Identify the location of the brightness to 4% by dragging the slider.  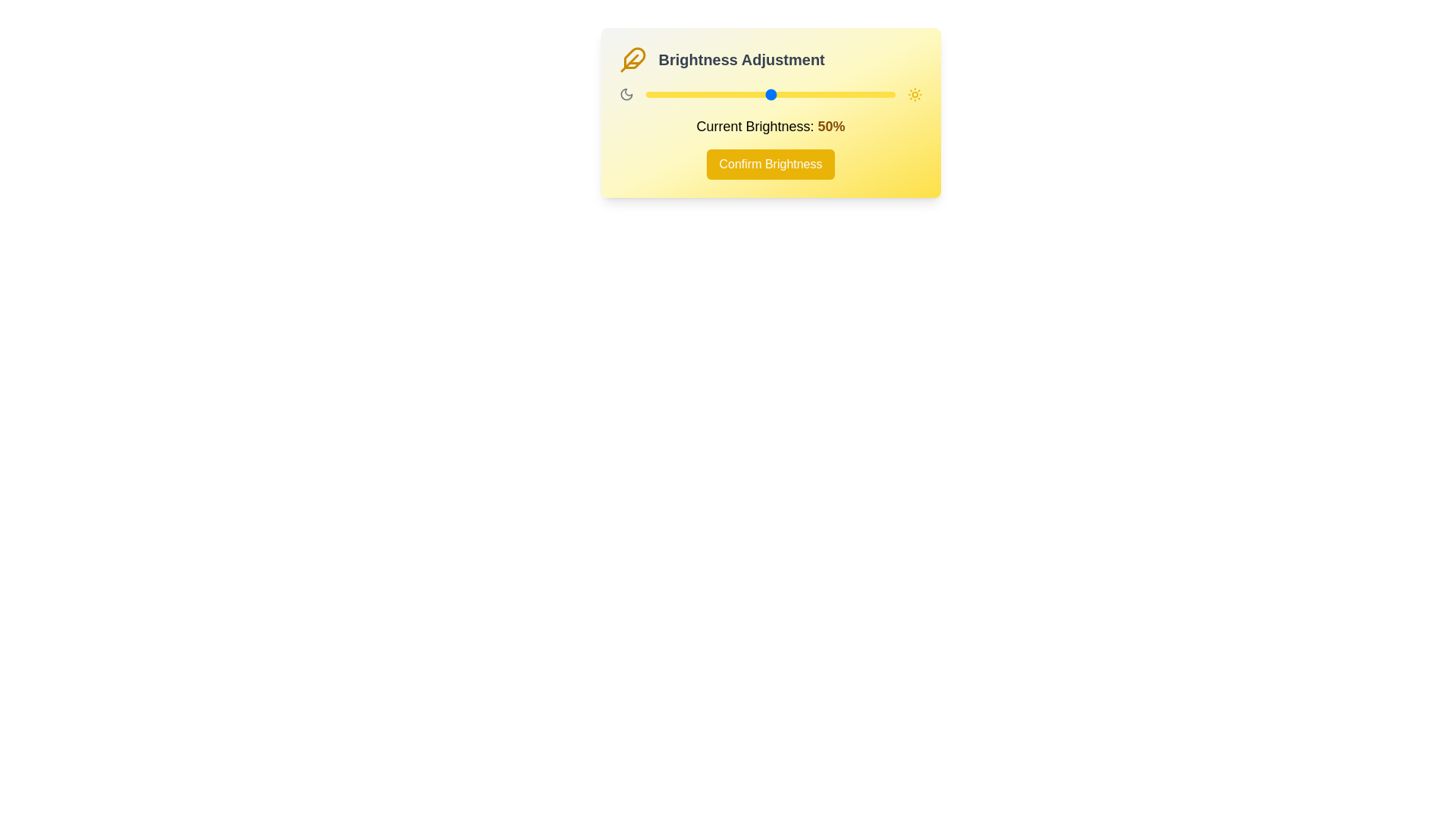
(656, 94).